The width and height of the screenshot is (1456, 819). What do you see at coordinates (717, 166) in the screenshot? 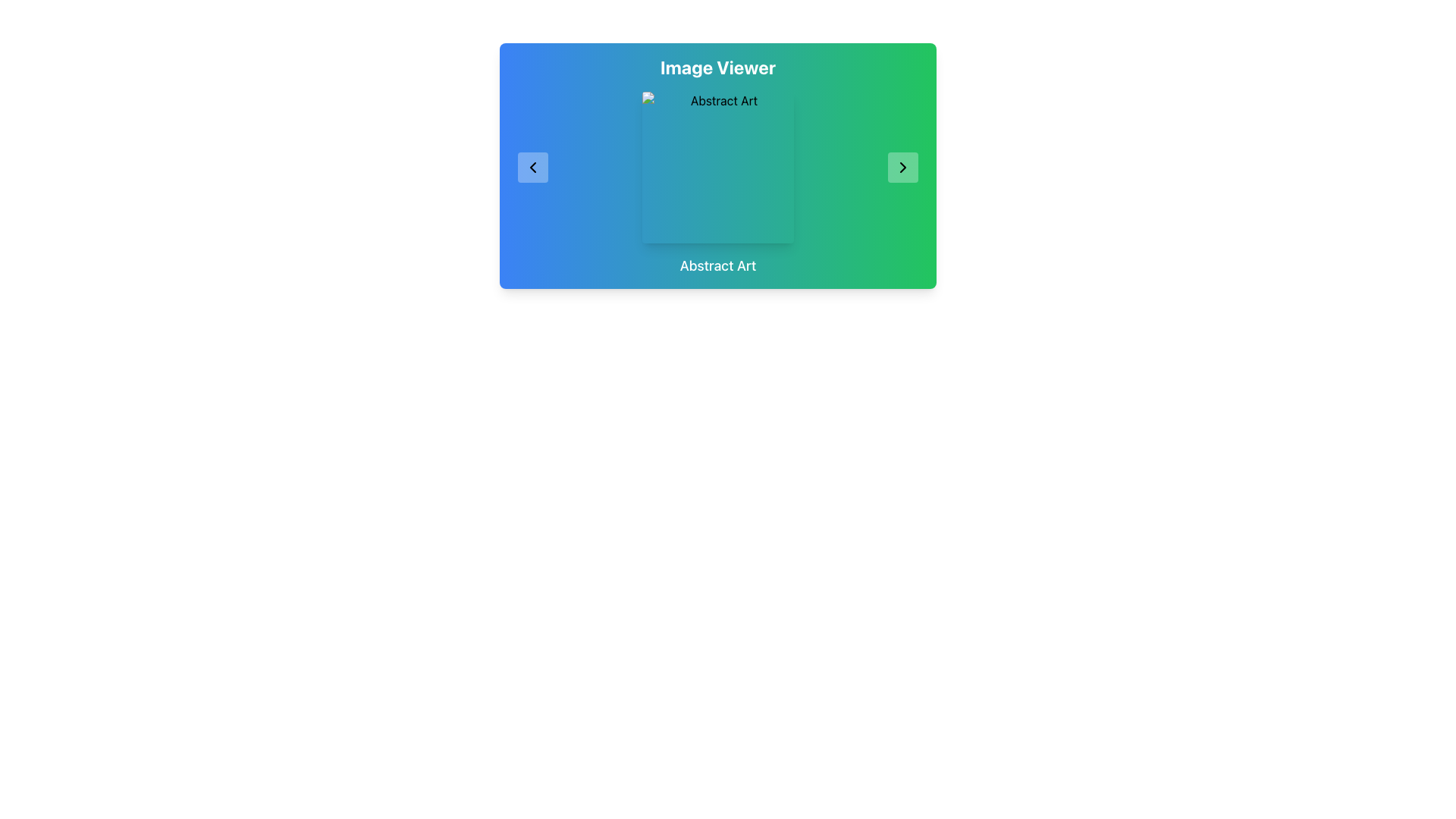
I see `the image viewer interface labeled 'Abstract Art'` at bounding box center [717, 166].